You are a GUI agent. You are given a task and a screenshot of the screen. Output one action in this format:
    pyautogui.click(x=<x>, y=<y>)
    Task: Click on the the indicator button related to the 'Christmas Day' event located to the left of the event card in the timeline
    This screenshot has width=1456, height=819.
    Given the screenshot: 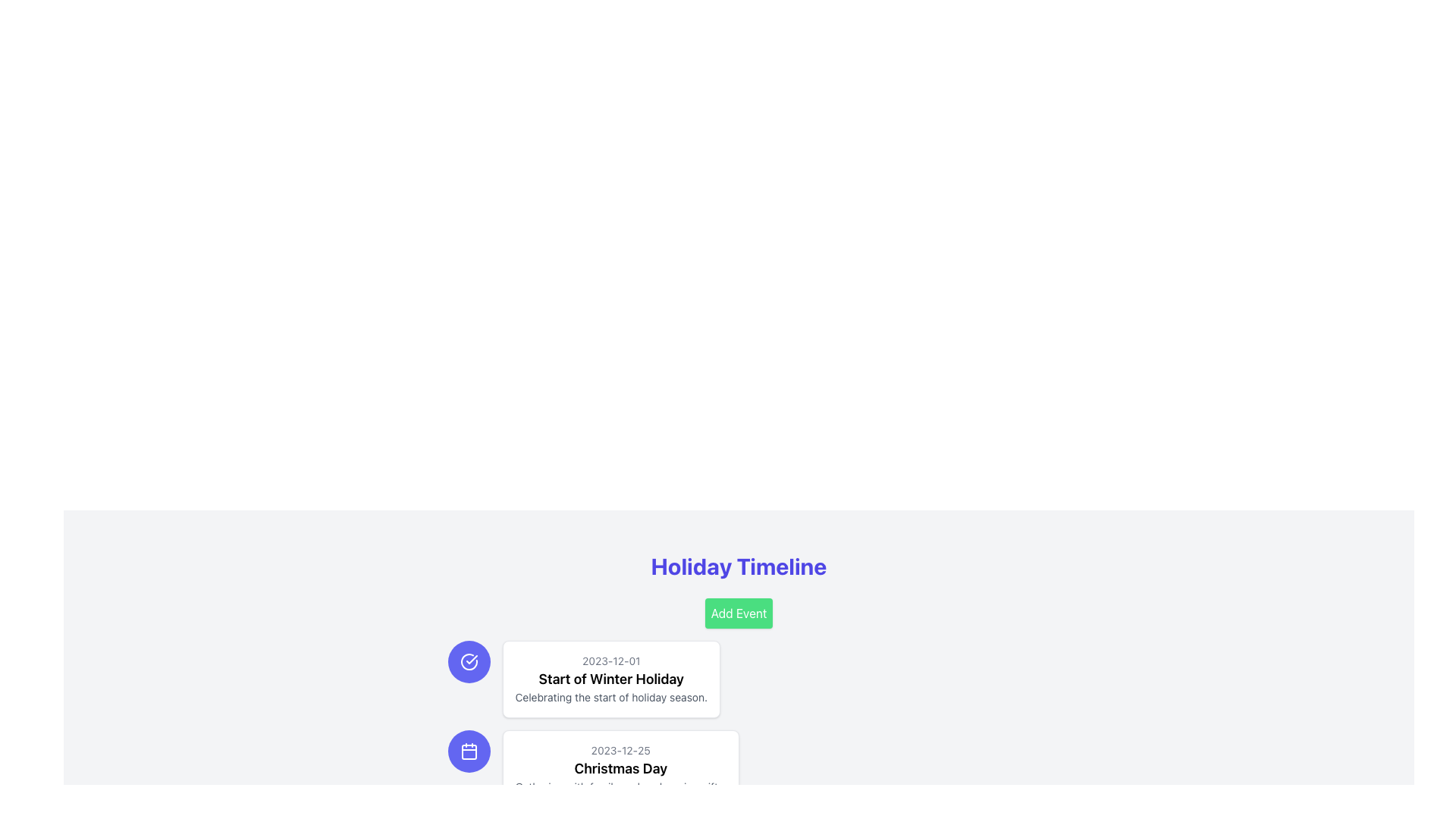 What is the action you would take?
    pyautogui.click(x=468, y=752)
    